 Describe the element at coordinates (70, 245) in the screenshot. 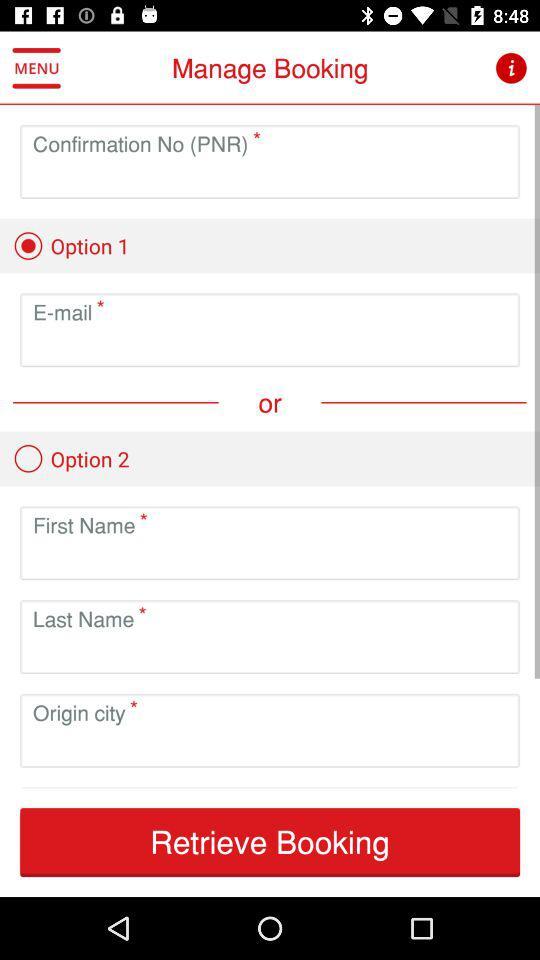

I see `icon above the e-mail` at that location.